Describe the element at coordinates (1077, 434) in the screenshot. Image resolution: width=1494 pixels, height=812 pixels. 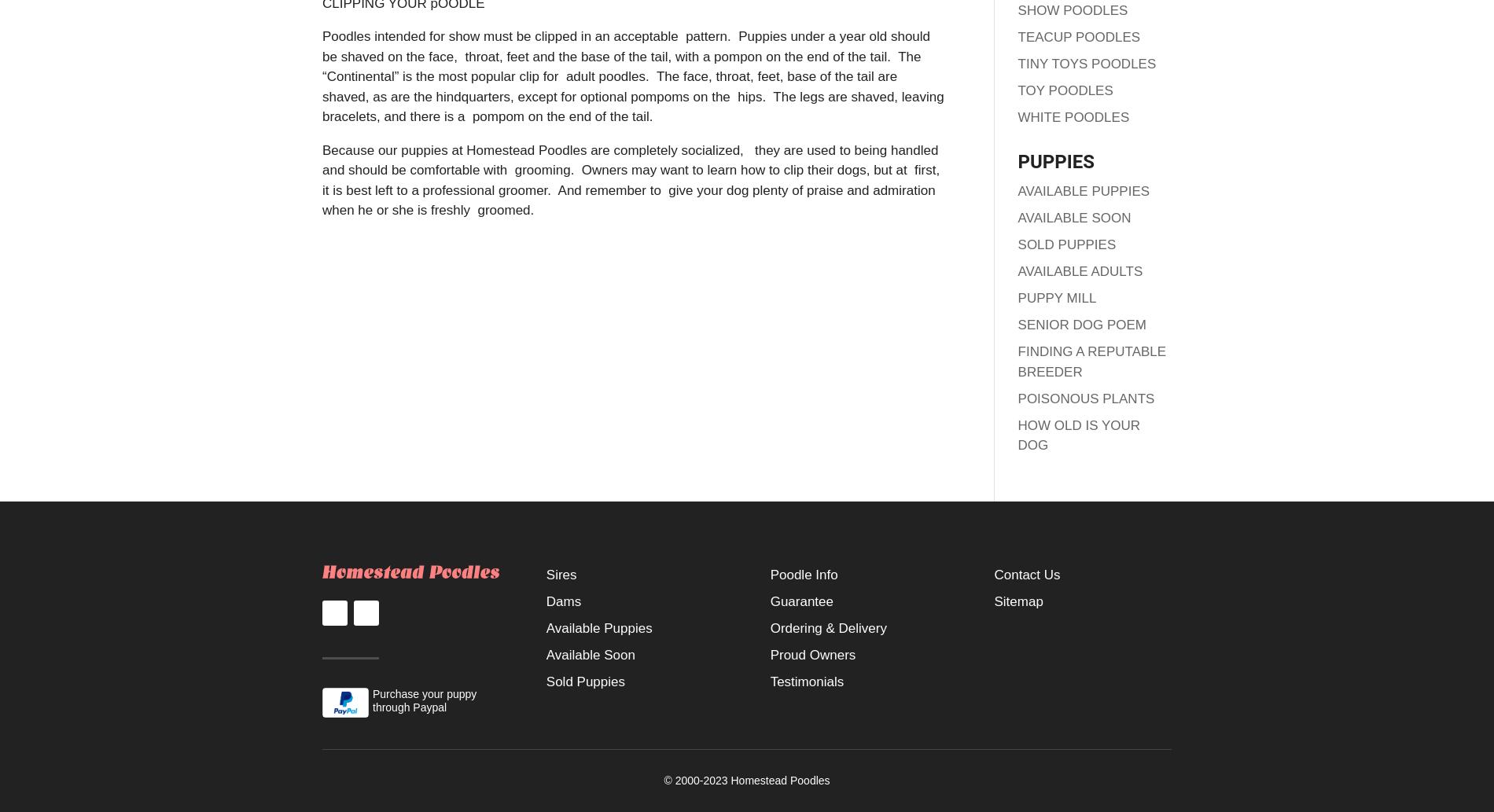
I see `'HOW OLD IS YOUR DOG'` at that location.